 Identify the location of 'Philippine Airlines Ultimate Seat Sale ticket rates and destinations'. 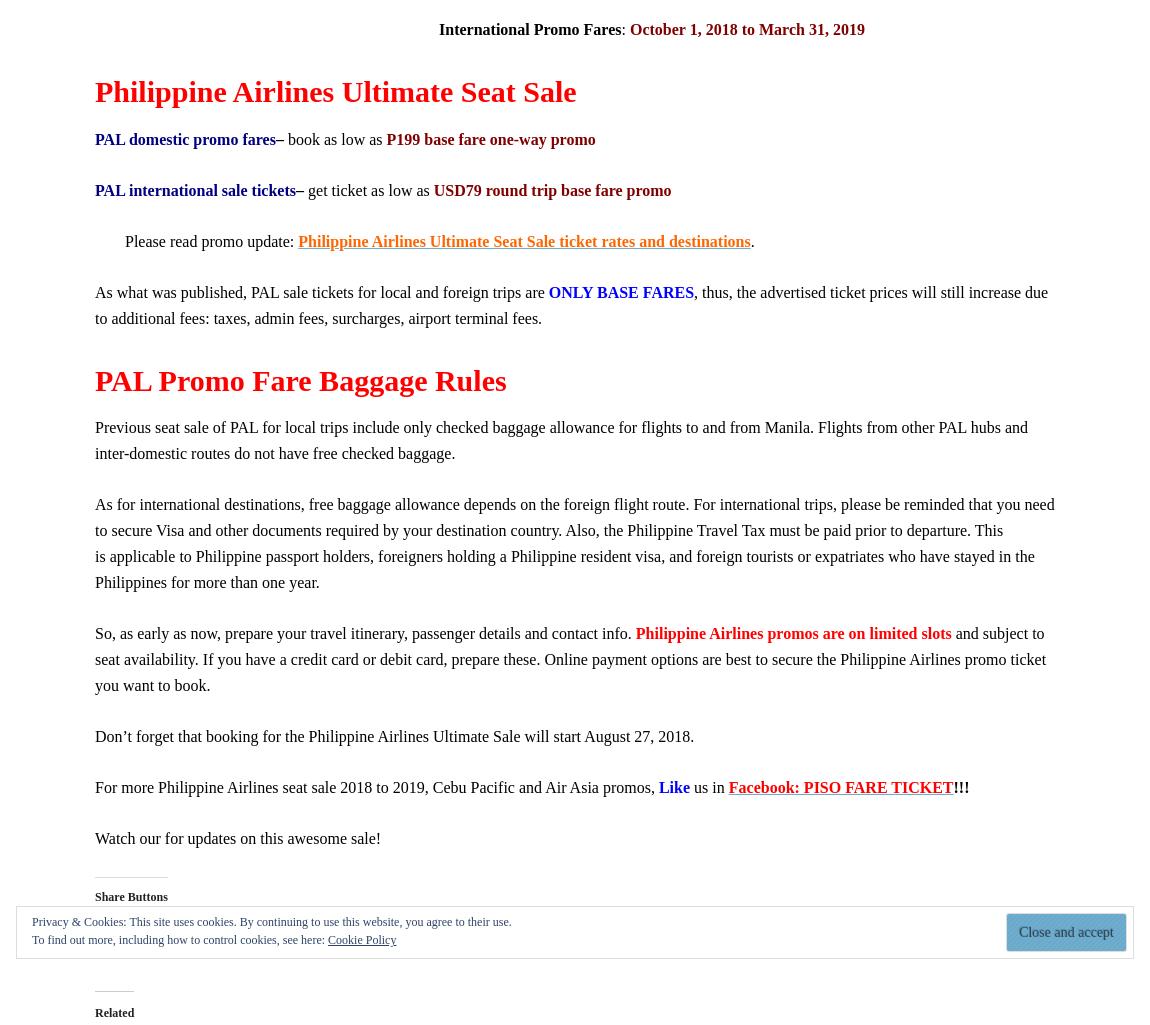
(524, 239).